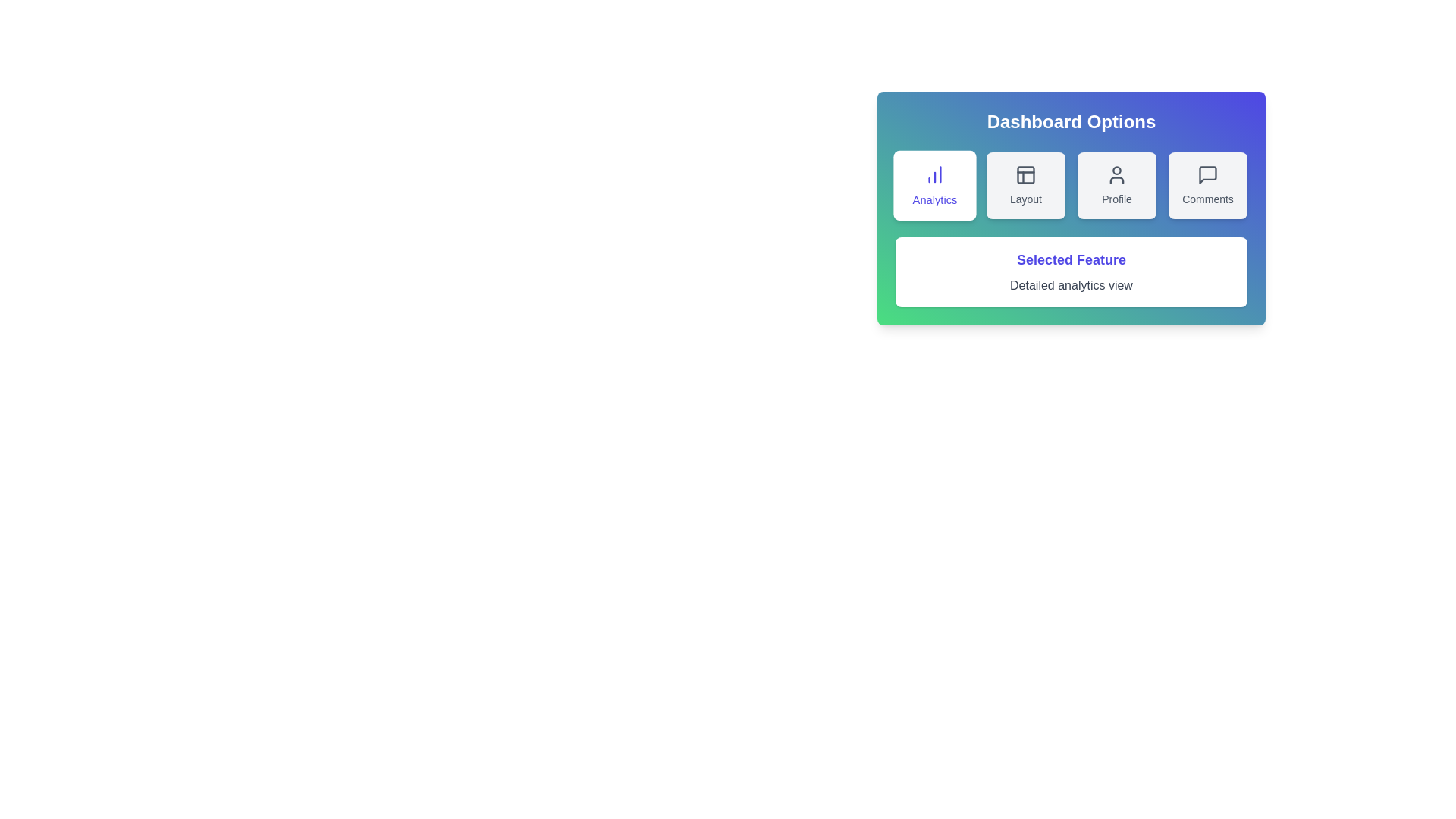 Image resolution: width=1456 pixels, height=819 pixels. I want to click on the Comments button to select the respective dashboard option, so click(1207, 185).